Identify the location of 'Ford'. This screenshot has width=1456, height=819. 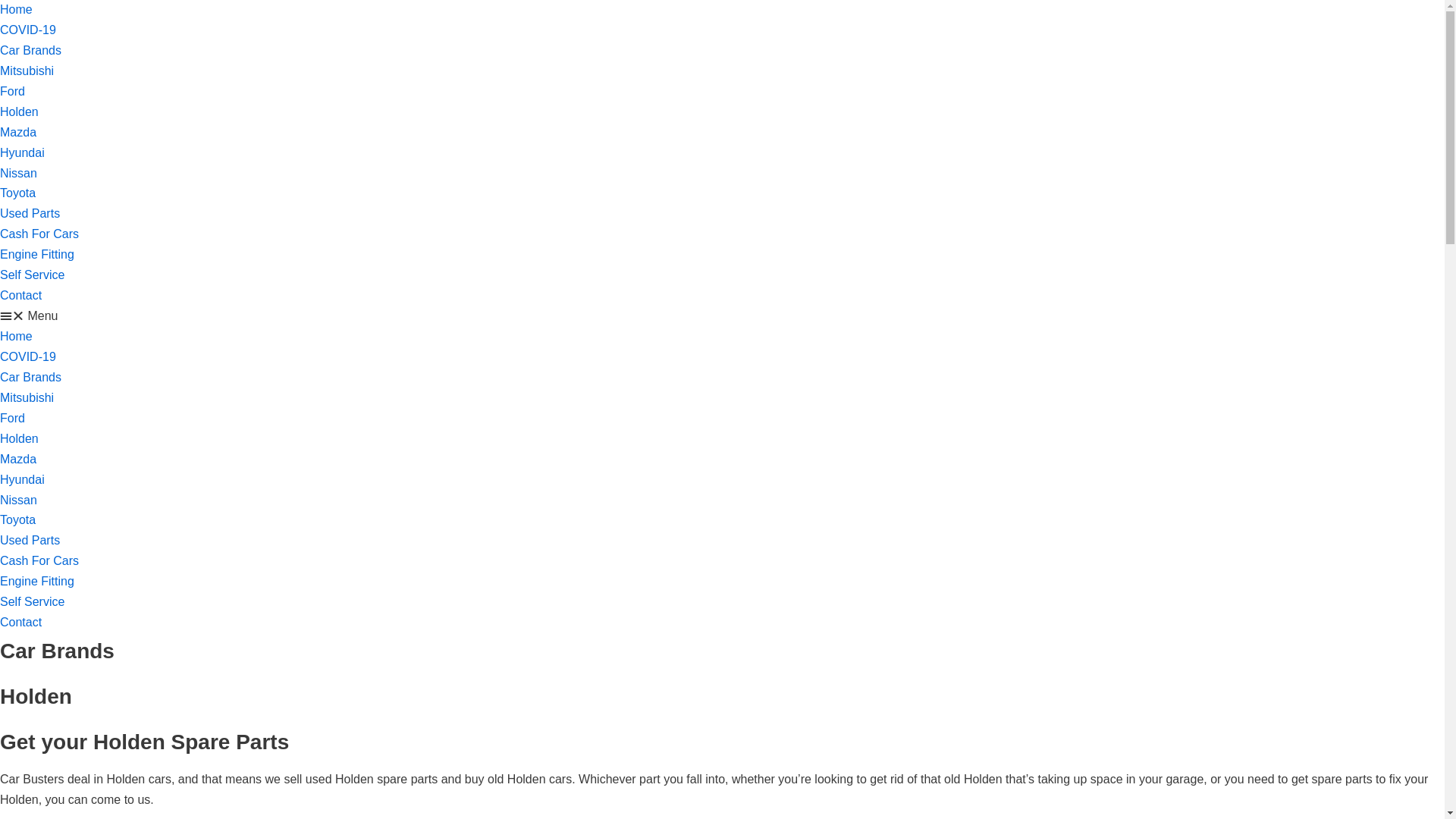
(0, 418).